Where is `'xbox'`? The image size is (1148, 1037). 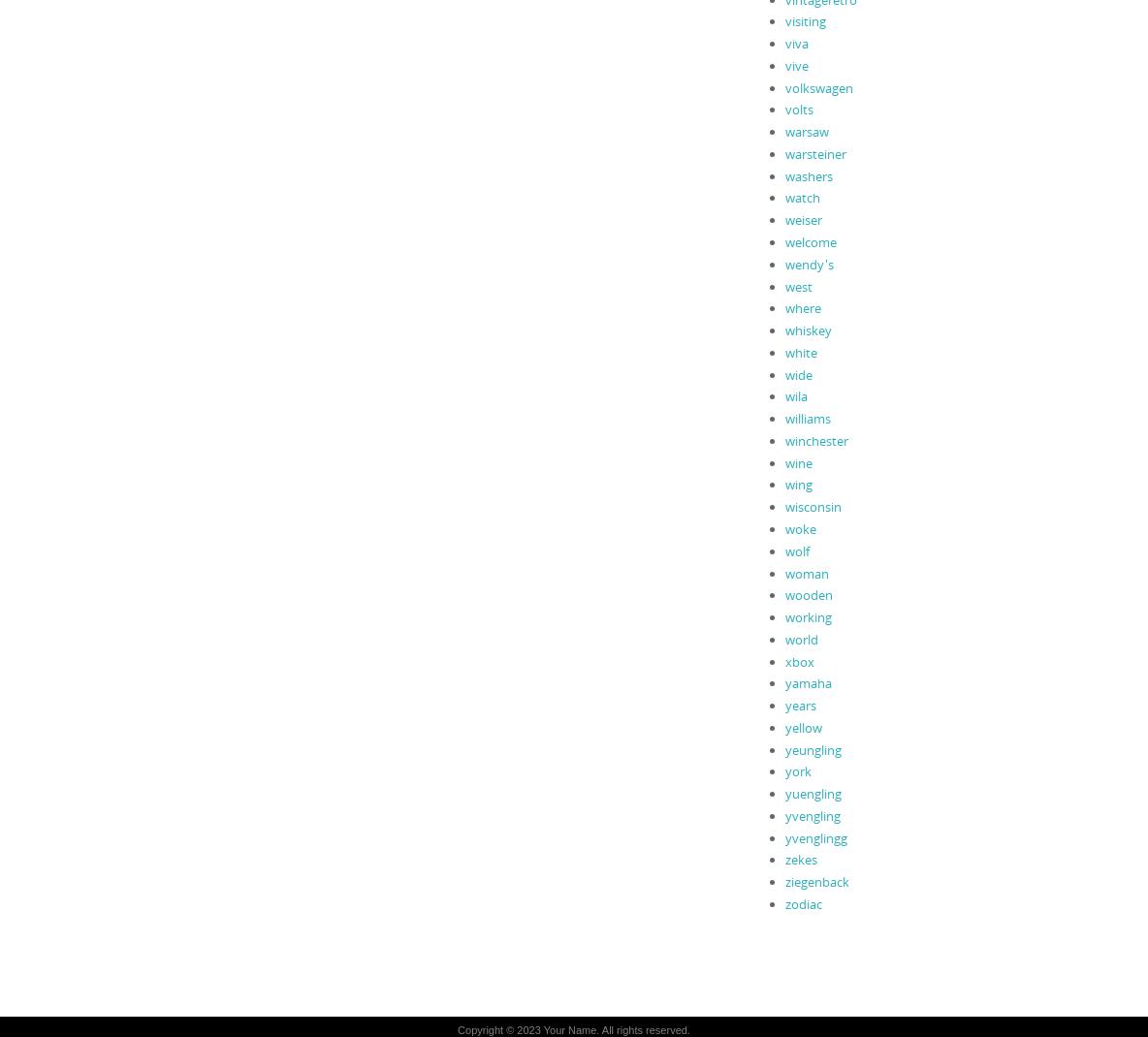 'xbox' is located at coordinates (783, 661).